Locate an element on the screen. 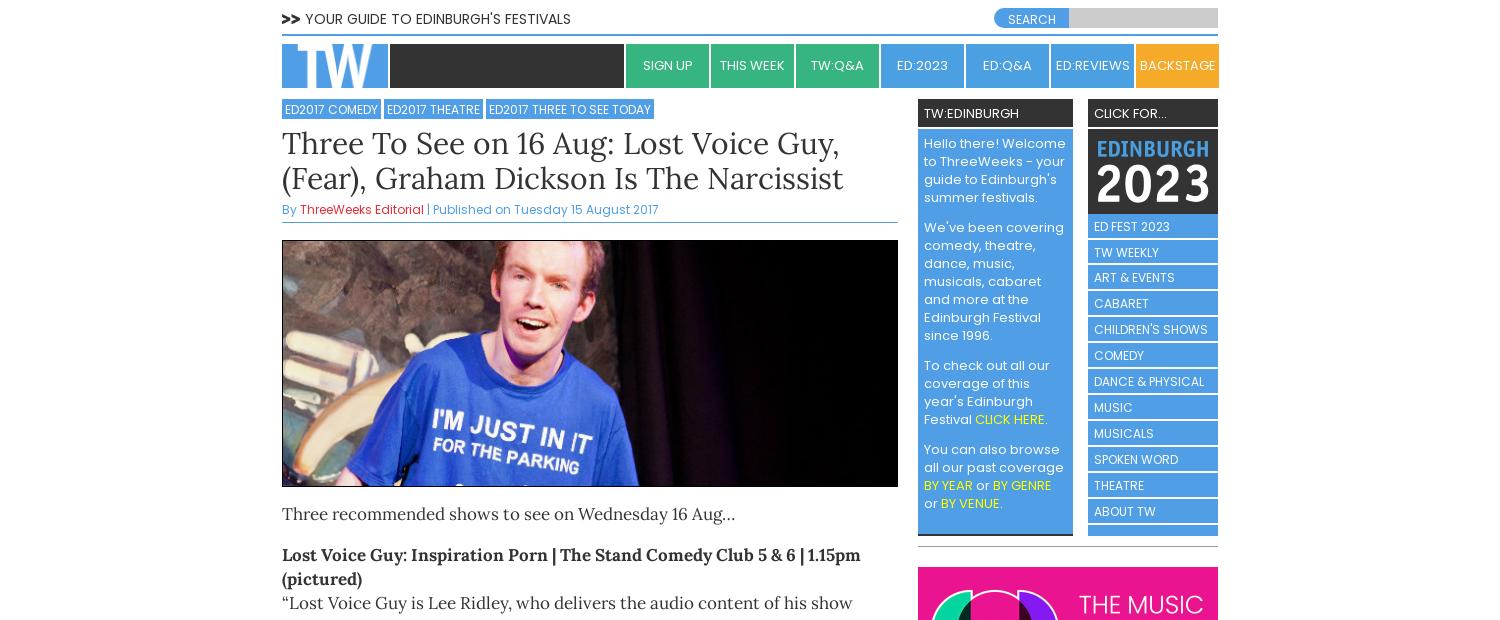 The image size is (1500, 620). 'ED2017 Theatre' is located at coordinates (433, 108).